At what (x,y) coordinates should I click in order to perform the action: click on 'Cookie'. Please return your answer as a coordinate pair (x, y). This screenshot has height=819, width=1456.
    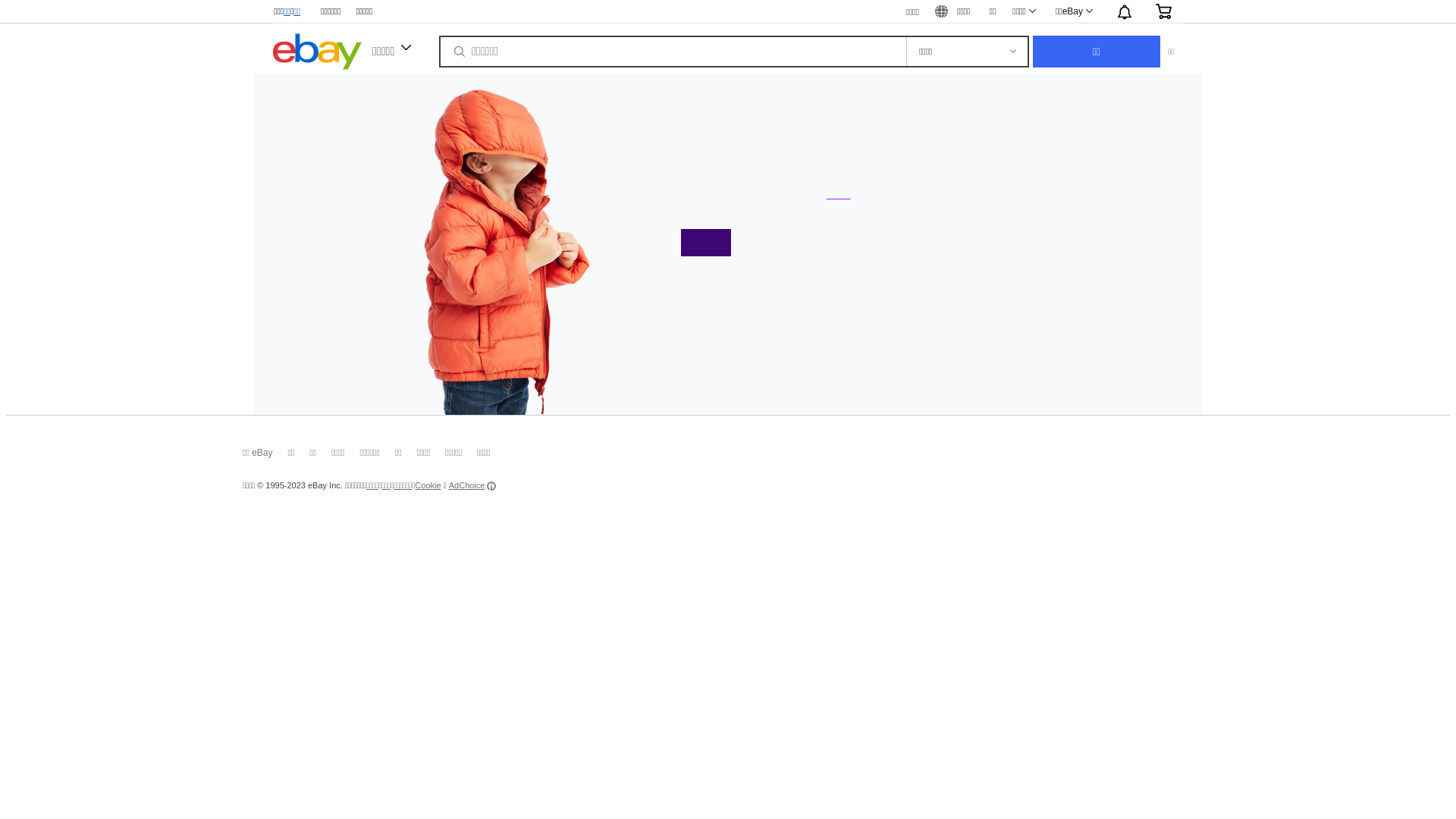
    Looking at the image, I should click on (415, 485).